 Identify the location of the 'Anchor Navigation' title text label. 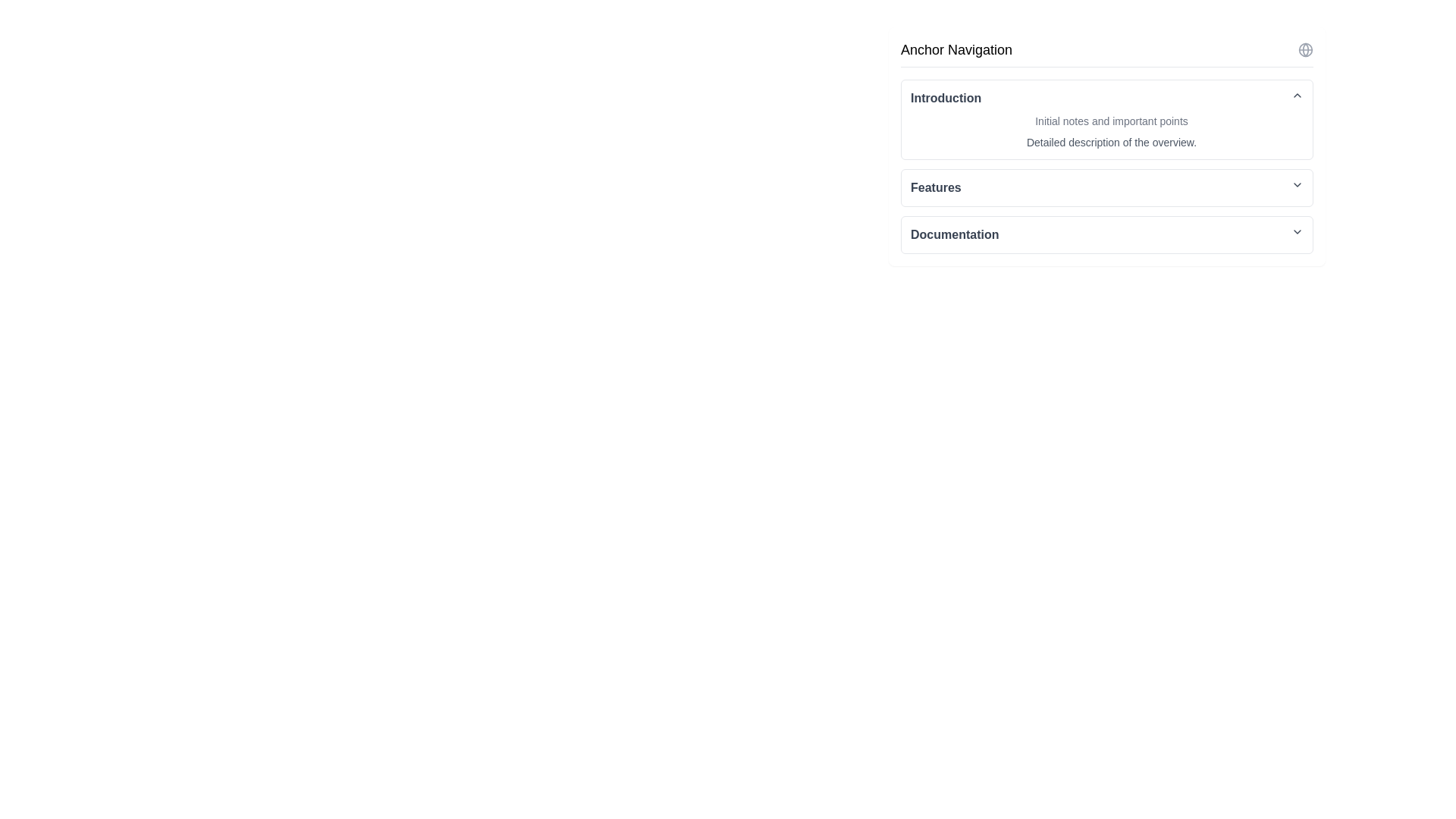
(955, 49).